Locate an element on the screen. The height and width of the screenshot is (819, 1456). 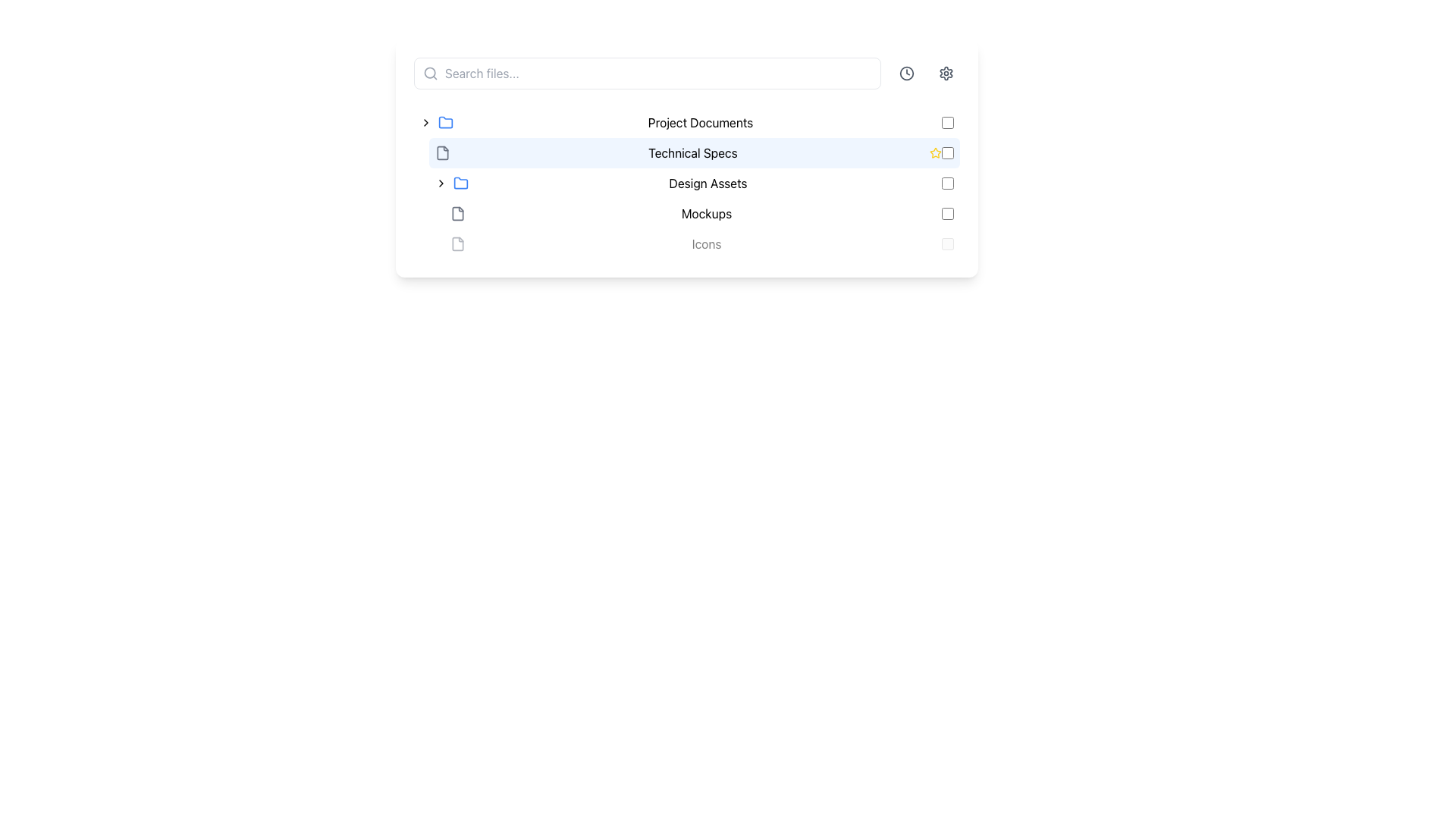
the document icon, which is an SVG graphical element located near the upper left section of the interface, adjacent to the text 'Technical Specs' is located at coordinates (457, 243).